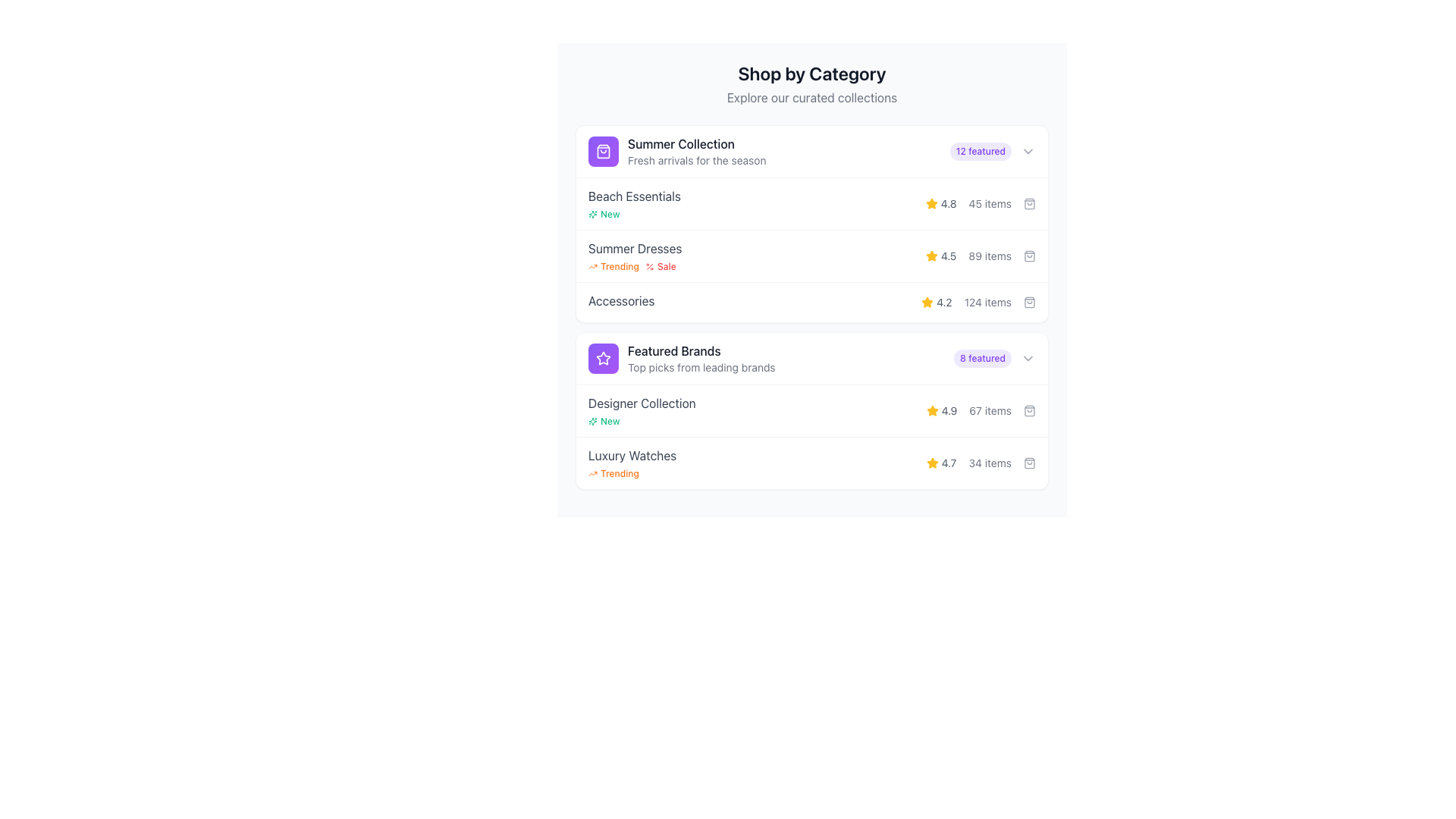 Image resolution: width=1456 pixels, height=819 pixels. Describe the element at coordinates (983, 359) in the screenshot. I see `the badge indicating the number of featured items in the 'Featured Brands' category, located to the left of the chevron icon in the 'Shop by Category' section` at that location.